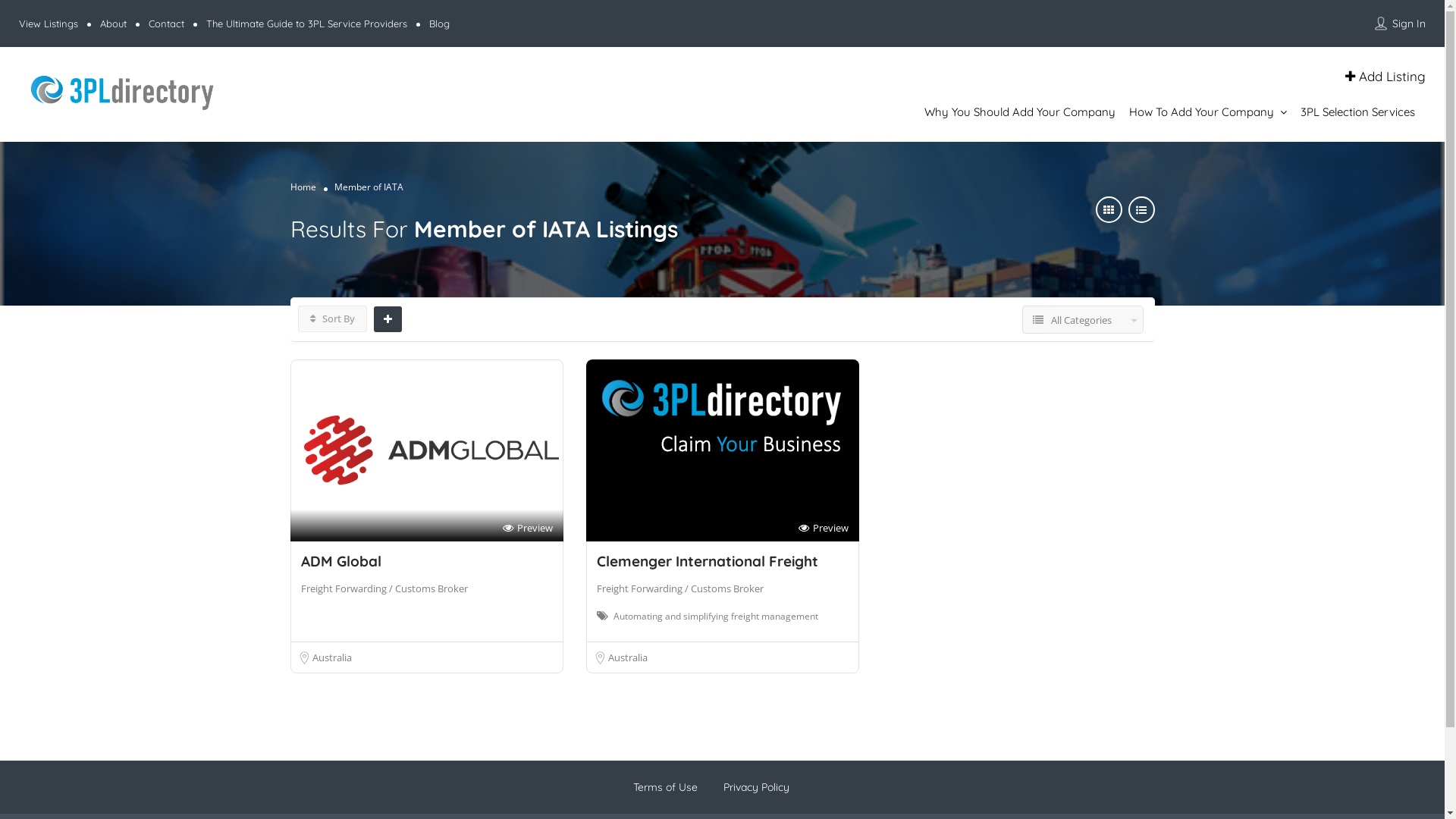  What do you see at coordinates (821, 527) in the screenshot?
I see `'Preview'` at bounding box center [821, 527].